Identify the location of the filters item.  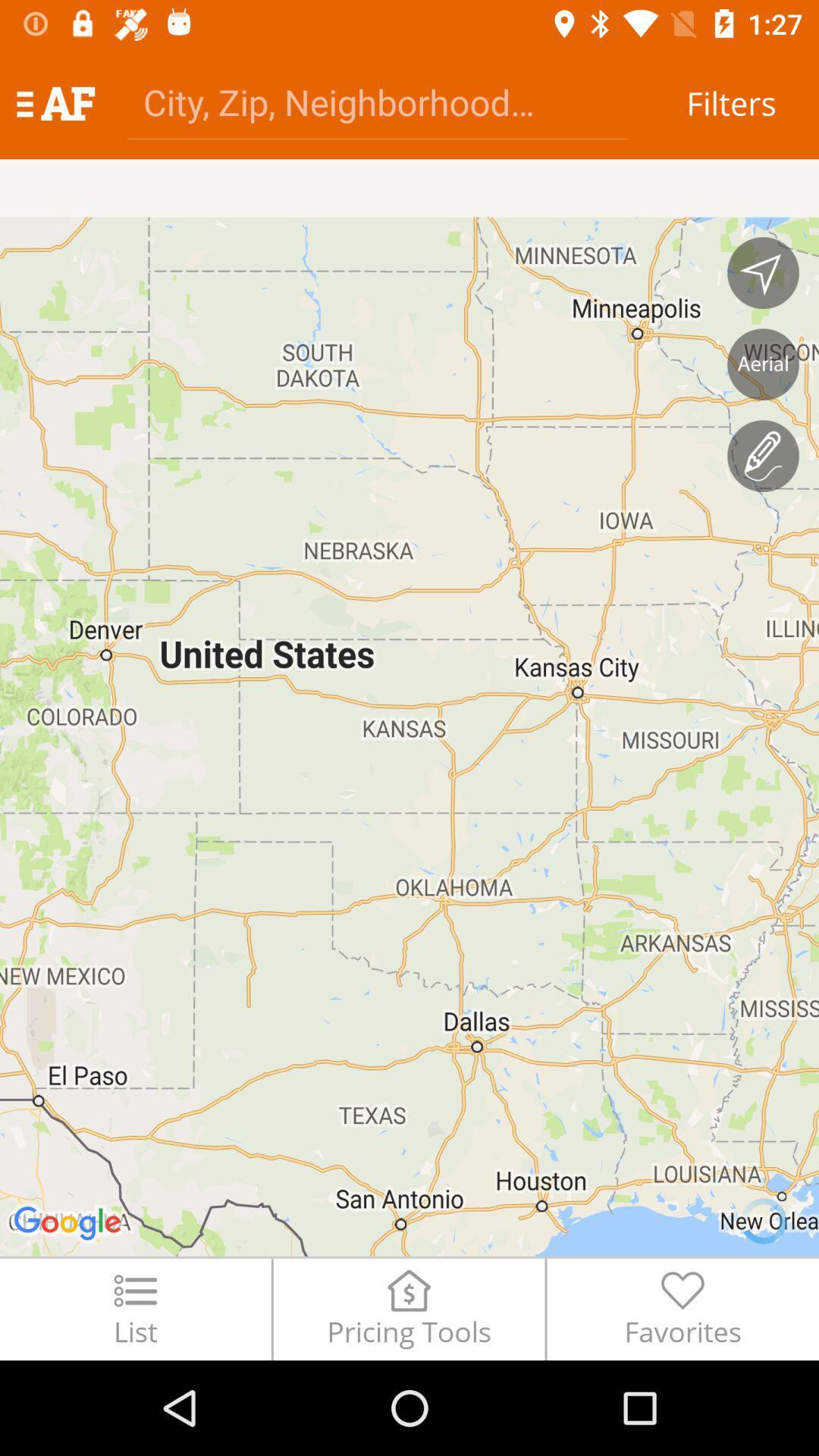
(730, 102).